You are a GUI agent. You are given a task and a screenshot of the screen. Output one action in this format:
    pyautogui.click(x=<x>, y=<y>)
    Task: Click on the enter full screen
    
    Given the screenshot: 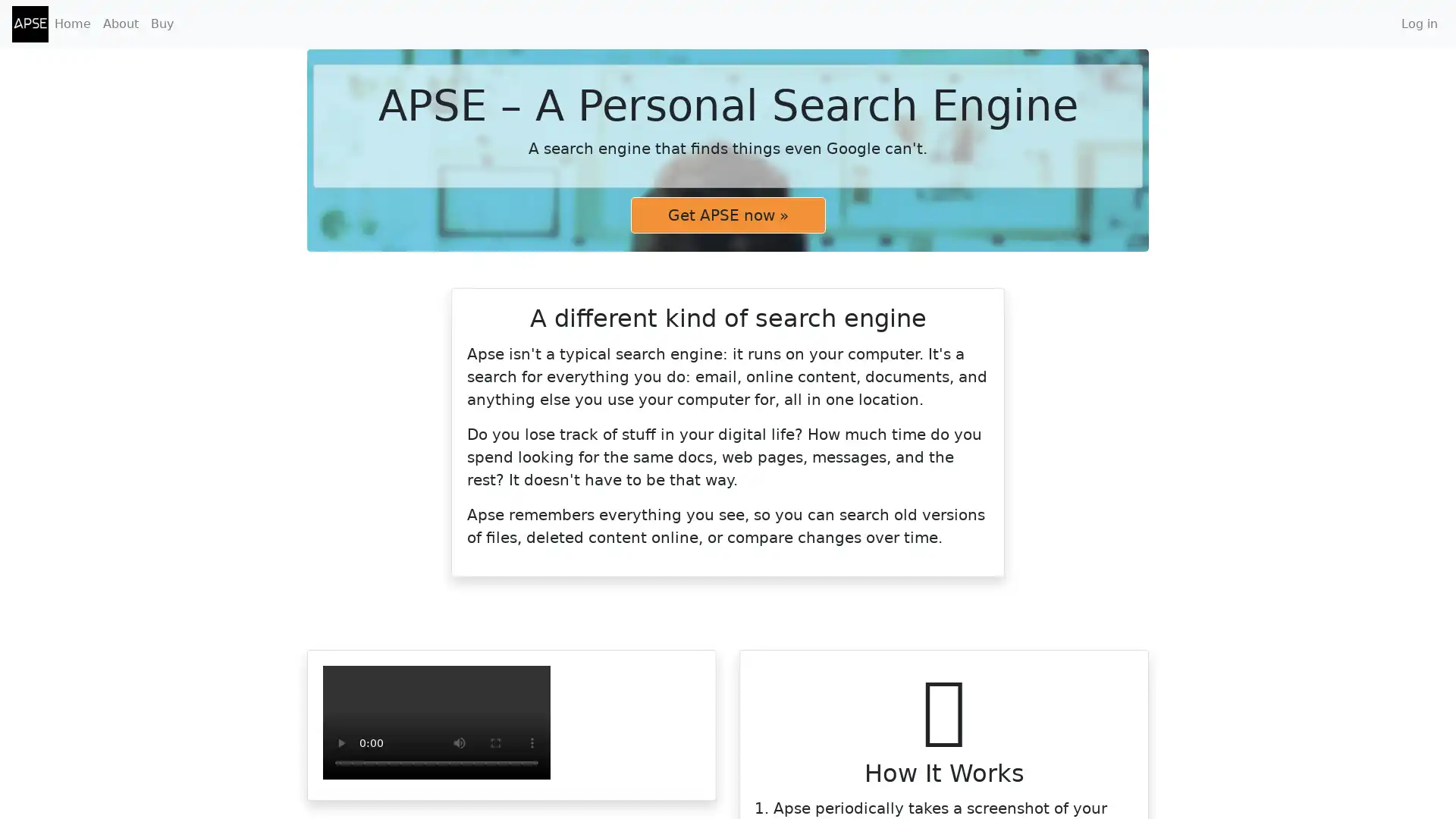 What is the action you would take?
    pyautogui.click(x=495, y=742)
    